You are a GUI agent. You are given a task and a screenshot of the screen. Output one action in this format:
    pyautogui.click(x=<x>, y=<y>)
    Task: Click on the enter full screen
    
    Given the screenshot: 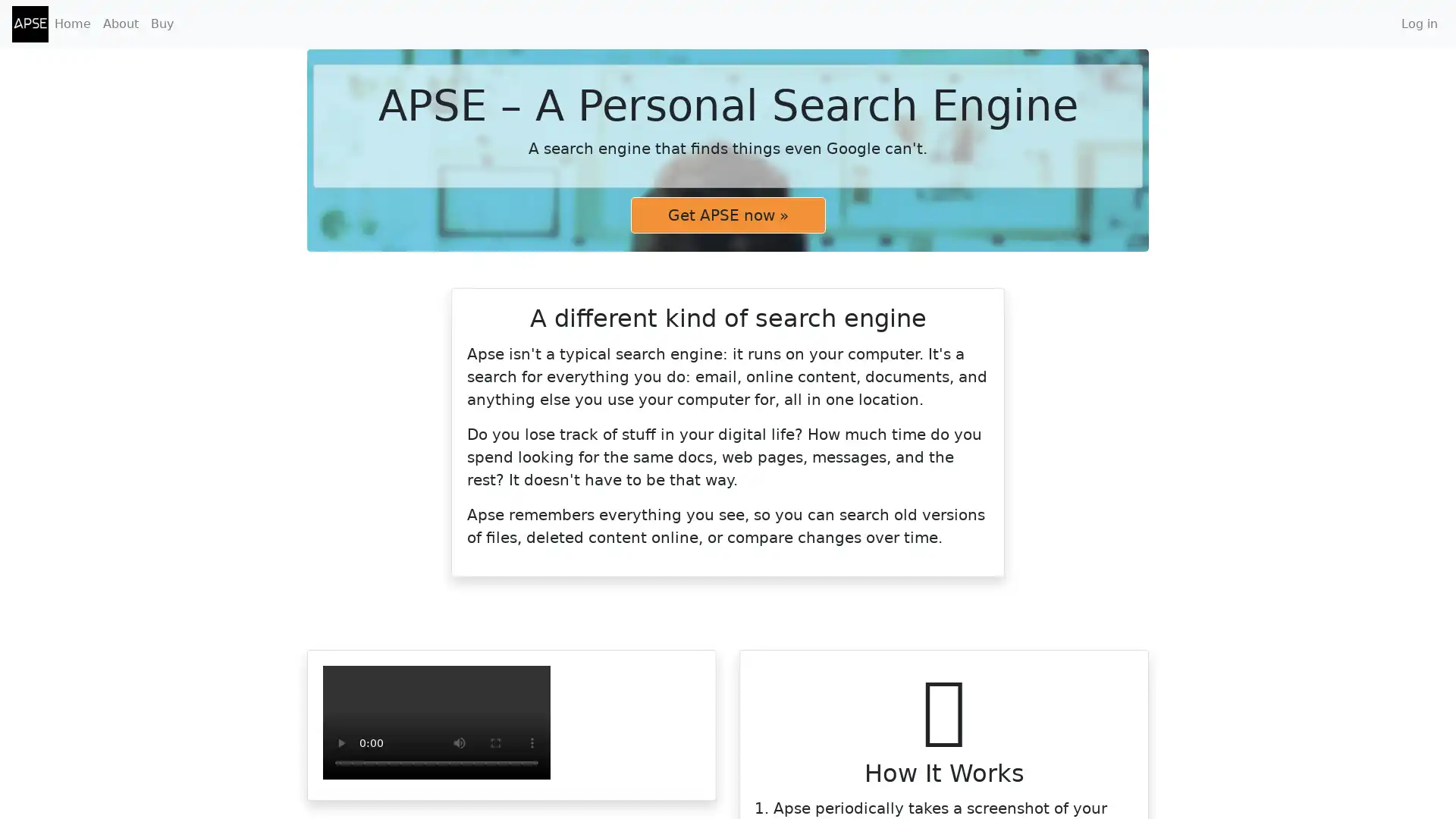 What is the action you would take?
    pyautogui.click(x=495, y=742)
    